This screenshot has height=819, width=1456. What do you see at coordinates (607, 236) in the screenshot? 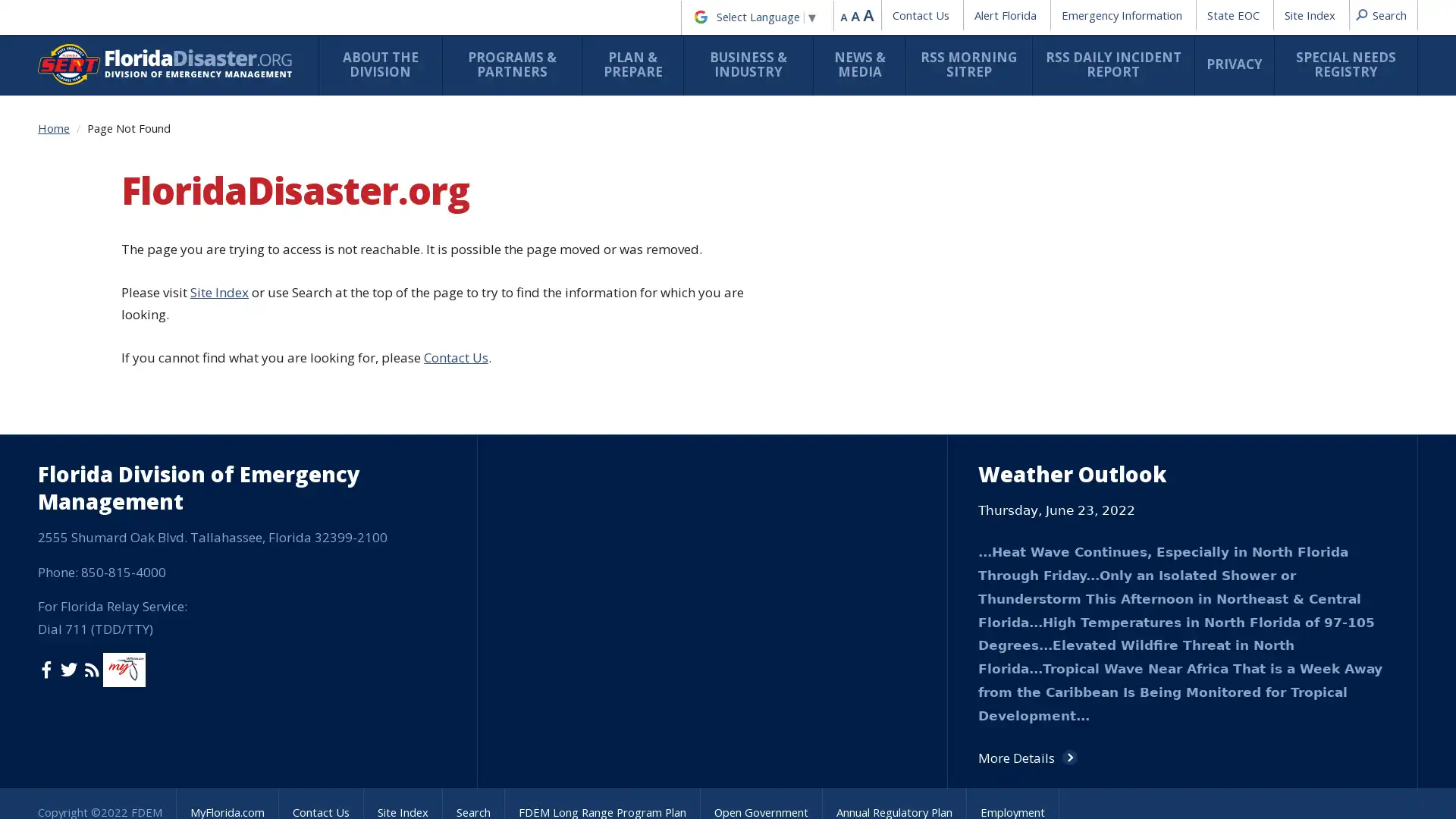
I see `Toggle More` at bounding box center [607, 236].